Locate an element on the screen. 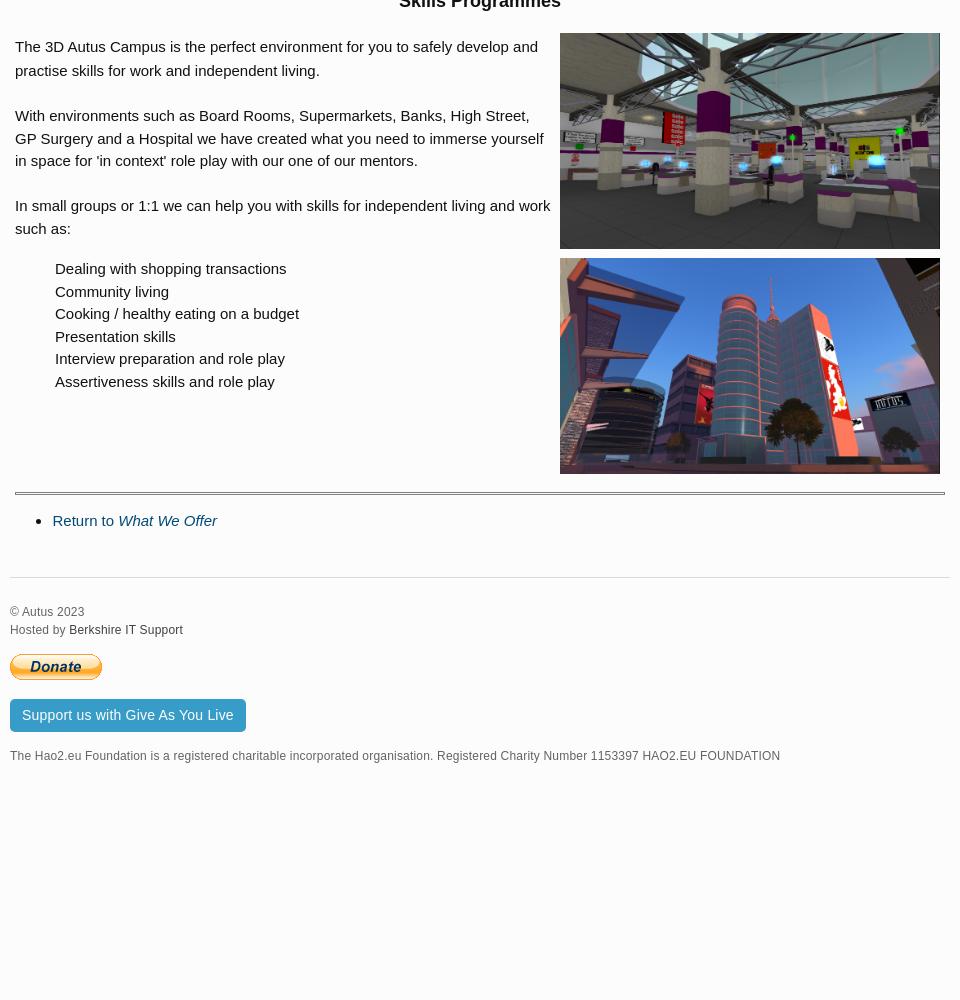  'In small groups or 1:1 we can help you with skills for independent living and work such as:' is located at coordinates (281, 215).